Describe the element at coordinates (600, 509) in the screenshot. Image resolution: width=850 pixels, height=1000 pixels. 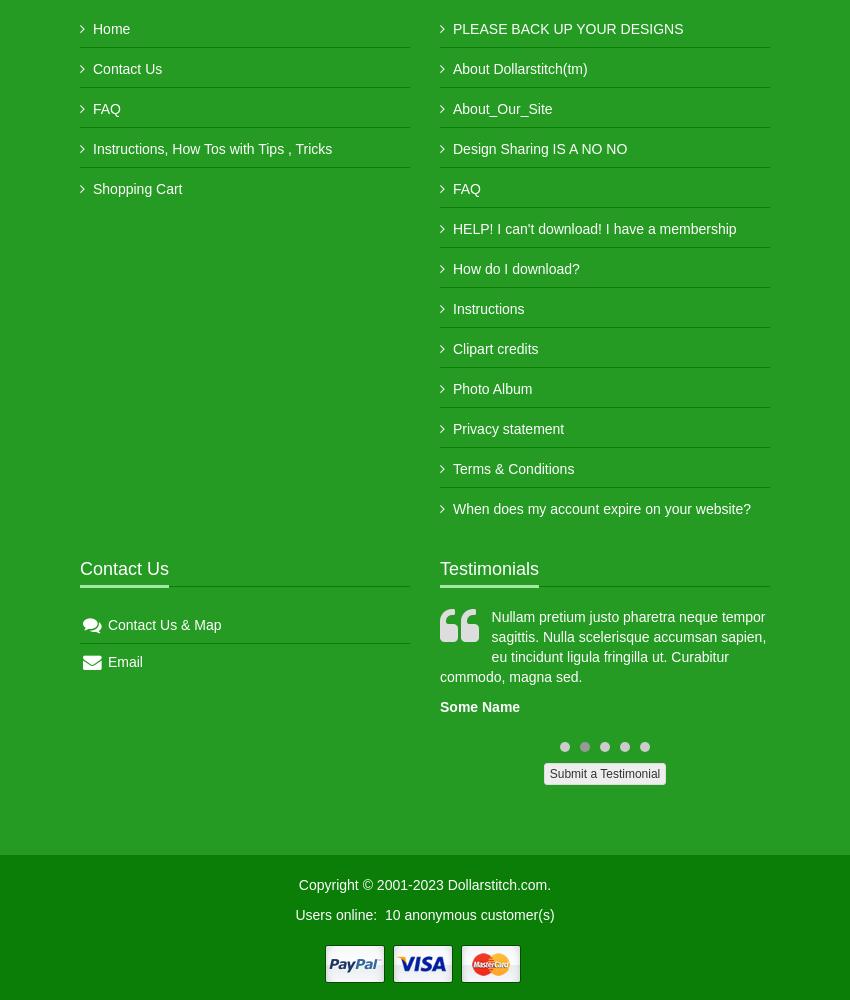
I see `'When does my account expire on your website?'` at that location.